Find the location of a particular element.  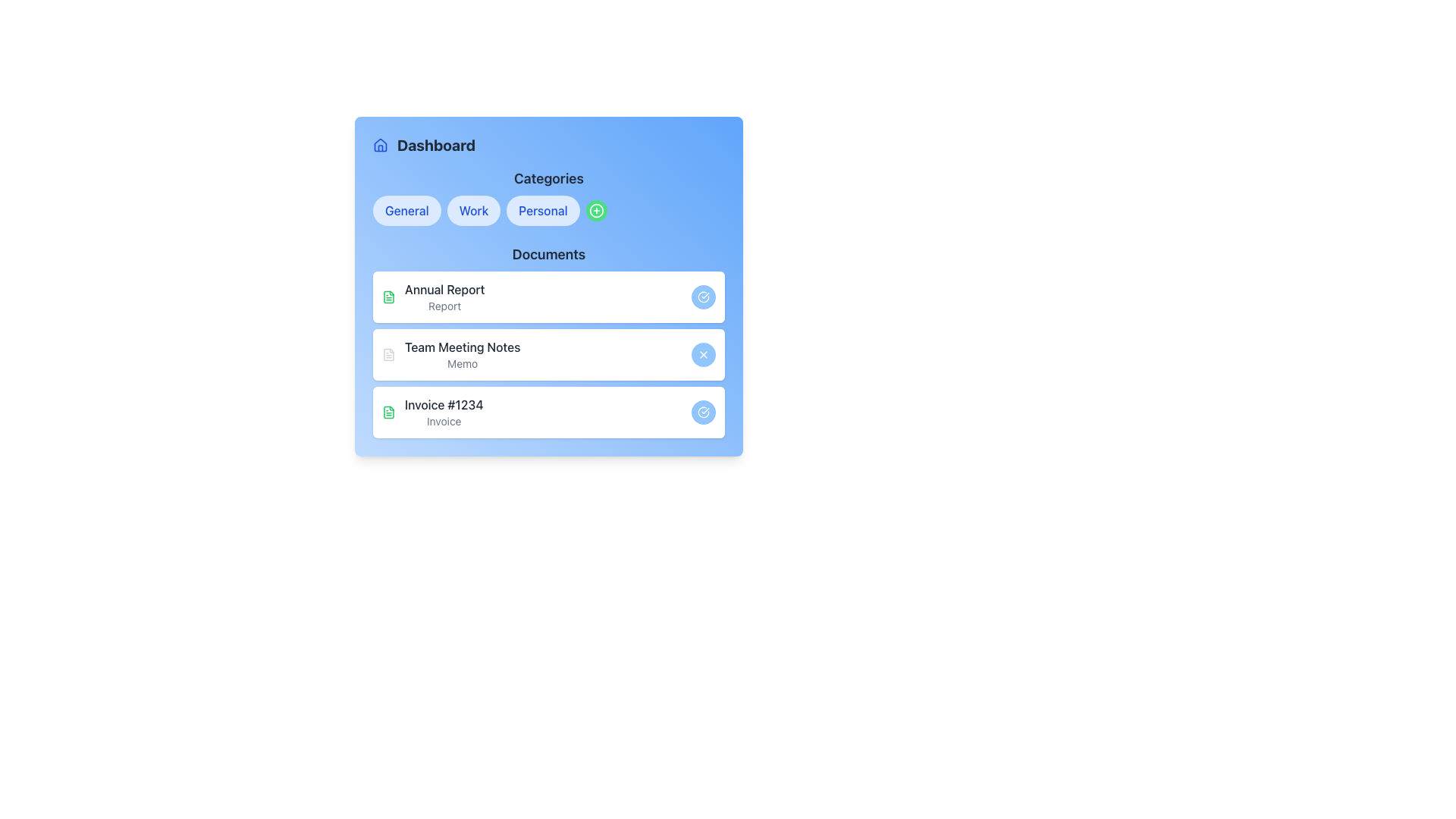

the SVG graphical icon representing 'Invoice #1234 - Invoice' in the third row of the 'Documents' section is located at coordinates (389, 297).